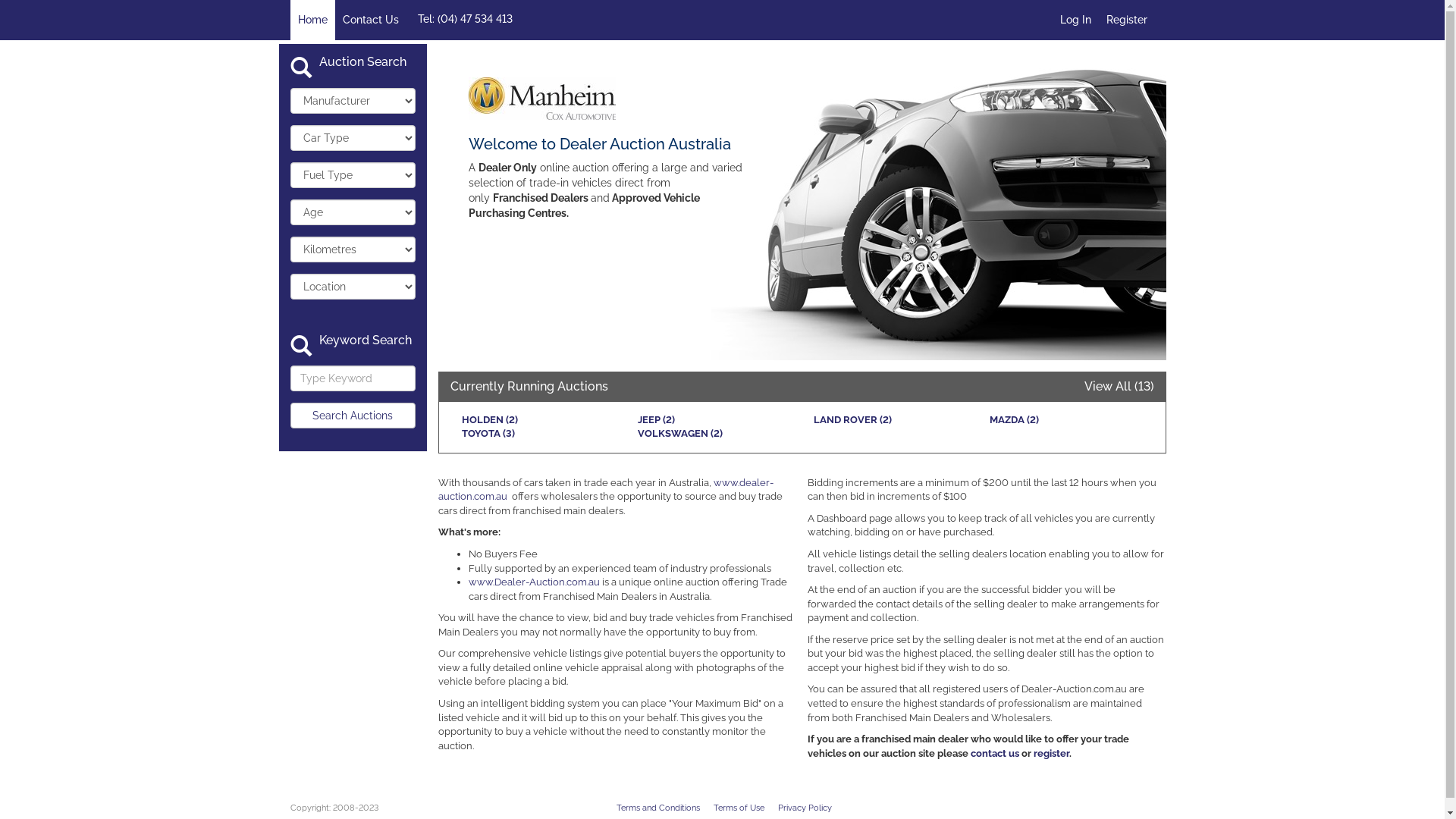  What do you see at coordinates (460, 433) in the screenshot?
I see `'TOYOTA (3)'` at bounding box center [460, 433].